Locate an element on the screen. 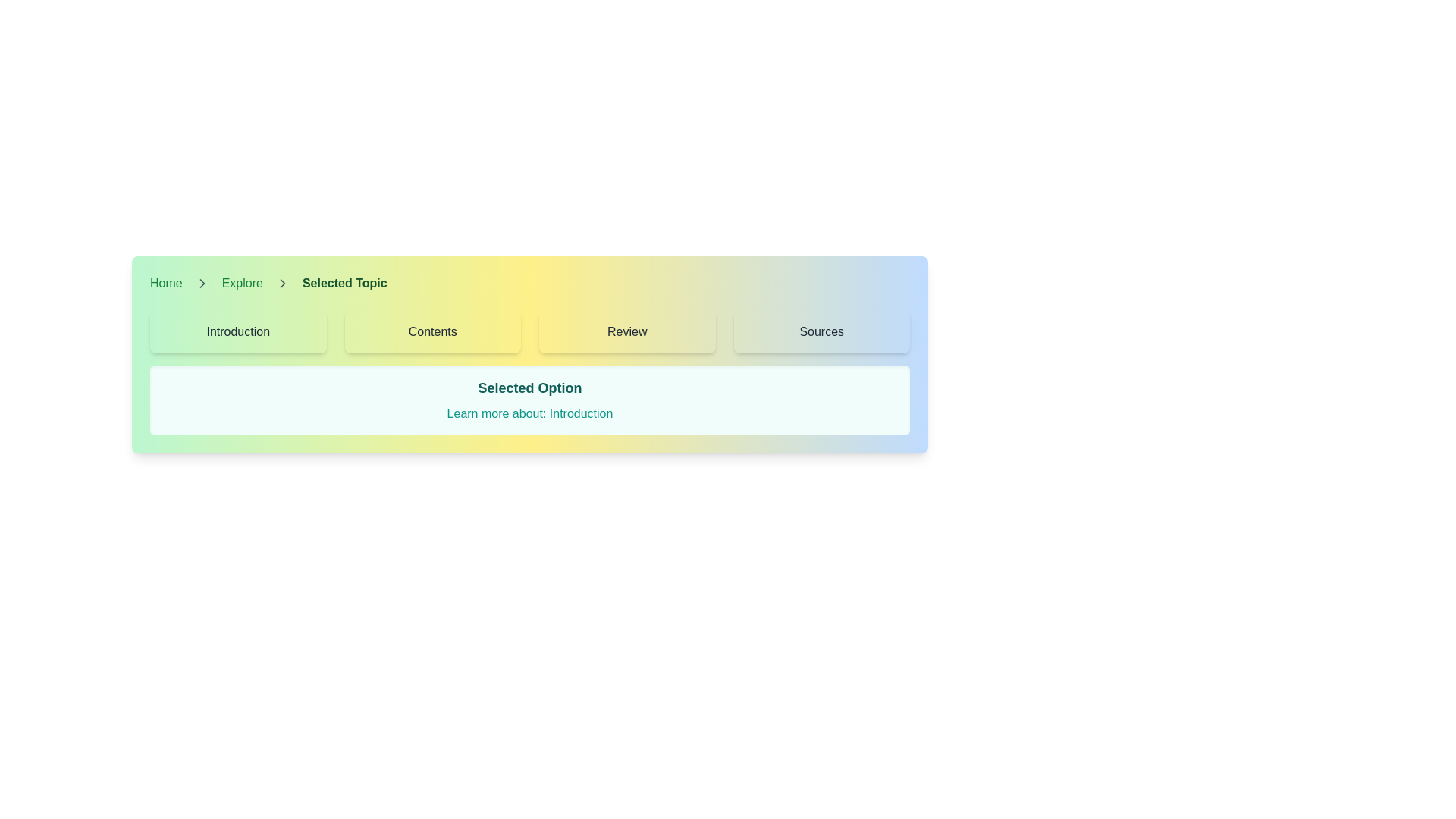 The height and width of the screenshot is (819, 1456). the Text Label that indicates the currently selected topic in the breadcrumb navigation, which is the third item following 'Home' and 'Explore' is located at coordinates (344, 284).